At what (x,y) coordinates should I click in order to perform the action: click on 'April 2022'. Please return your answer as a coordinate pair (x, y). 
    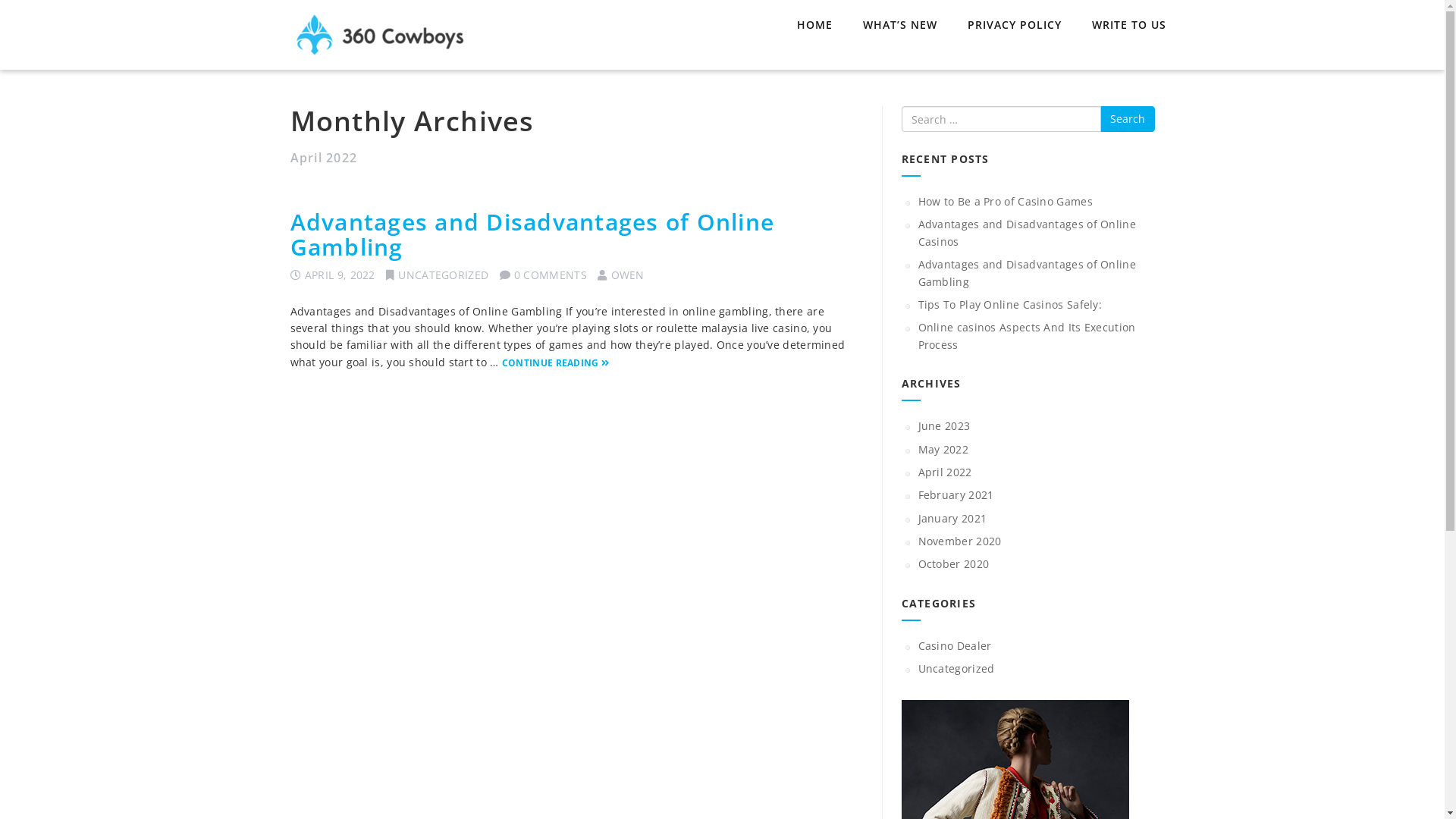
    Looking at the image, I should click on (943, 471).